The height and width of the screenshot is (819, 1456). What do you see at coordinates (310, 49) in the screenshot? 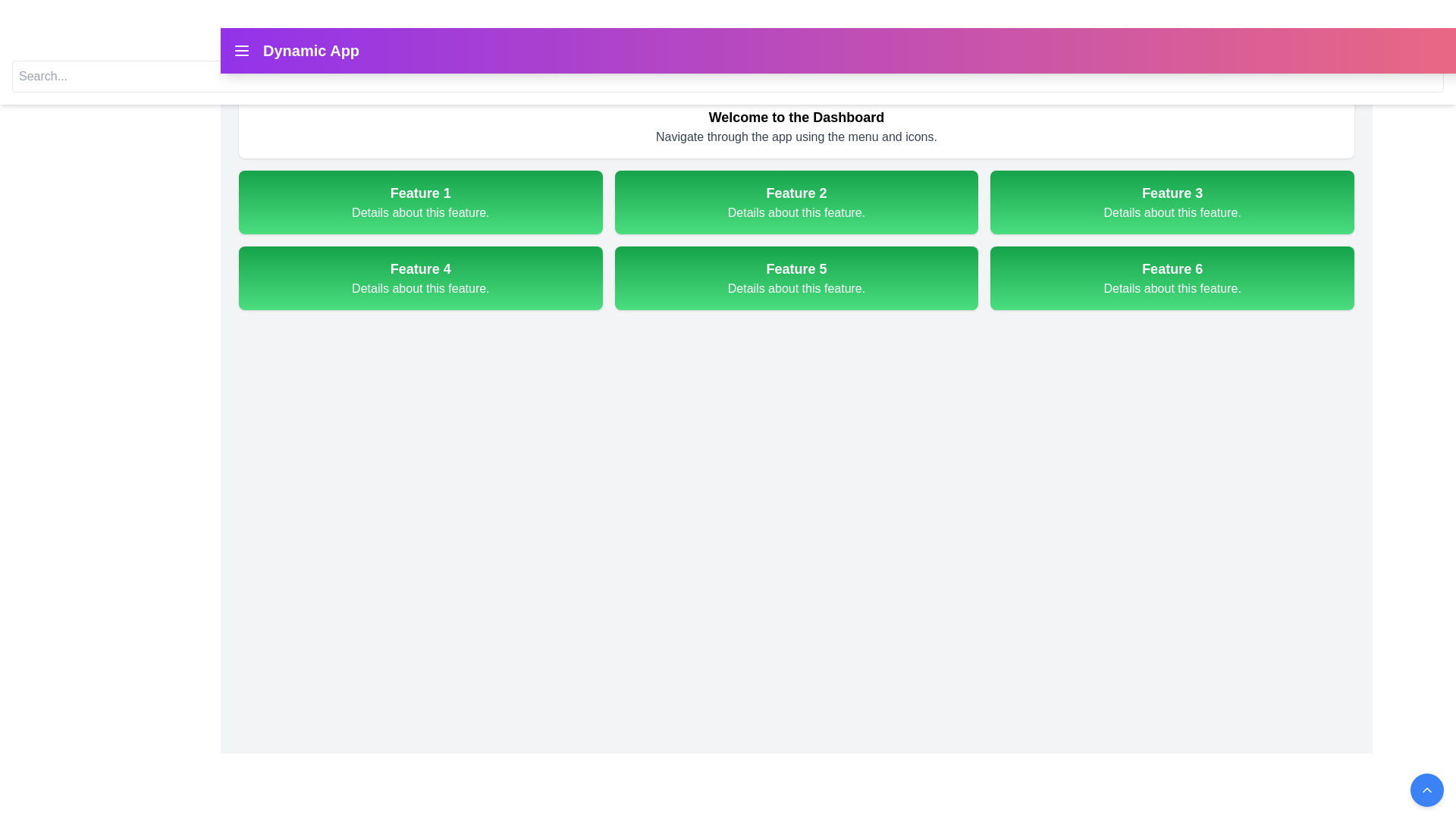
I see `the static text label displaying 'Dynamic App' in bold, large white font located in the purple header bar` at bounding box center [310, 49].